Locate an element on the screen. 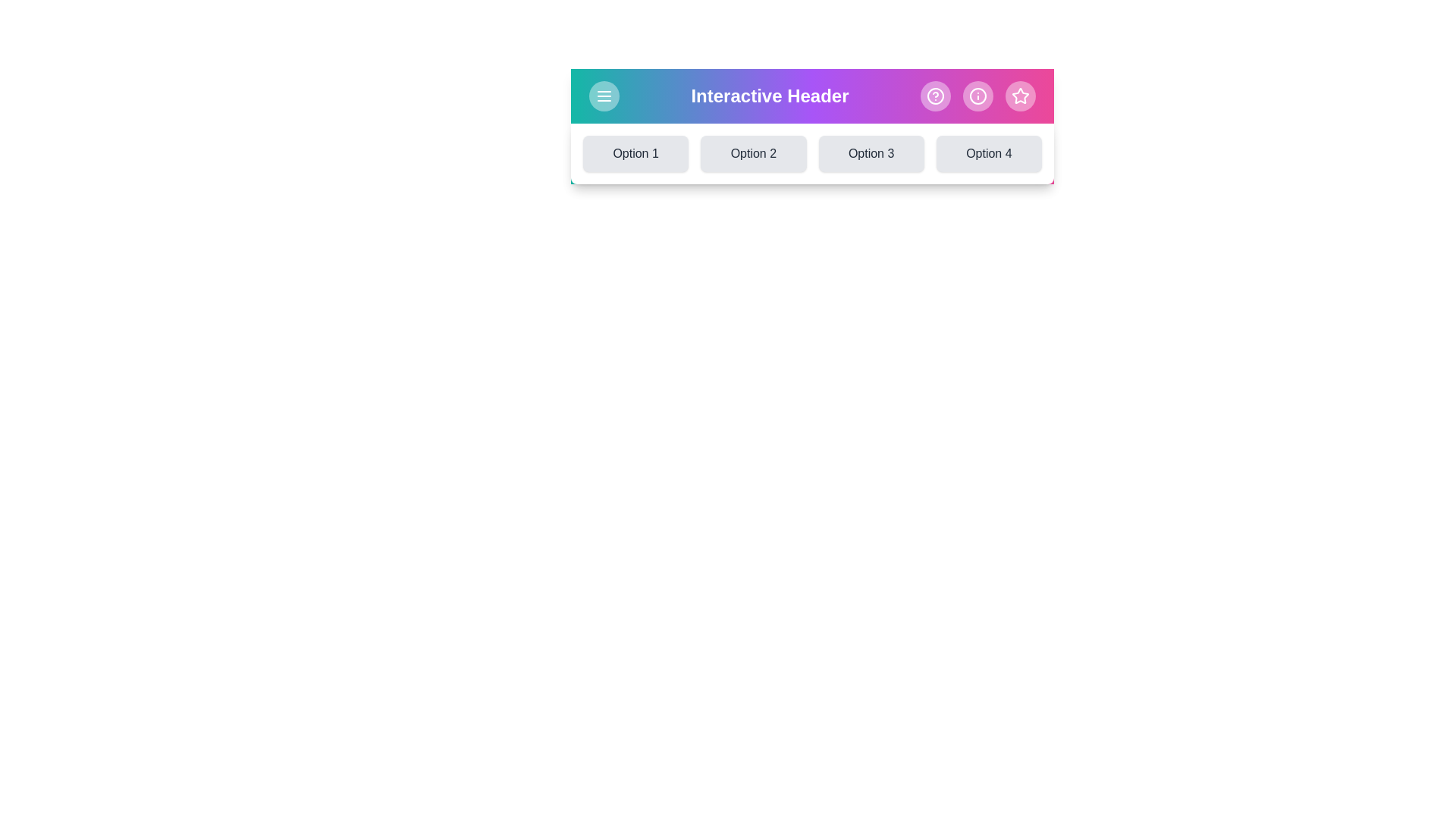  the 'Option 4' button is located at coordinates (989, 154).